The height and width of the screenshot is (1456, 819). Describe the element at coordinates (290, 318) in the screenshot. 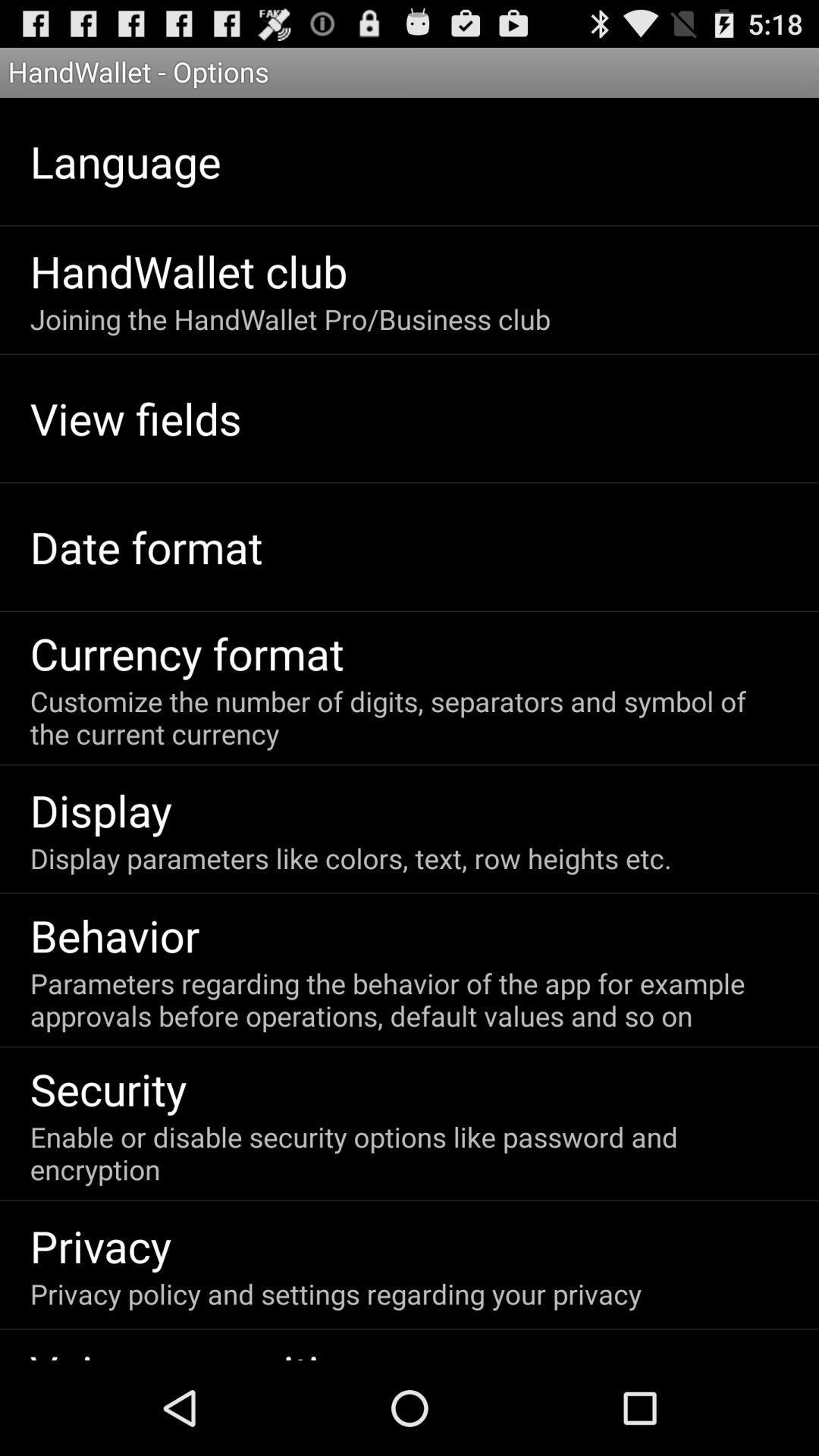

I see `app above view fields app` at that location.